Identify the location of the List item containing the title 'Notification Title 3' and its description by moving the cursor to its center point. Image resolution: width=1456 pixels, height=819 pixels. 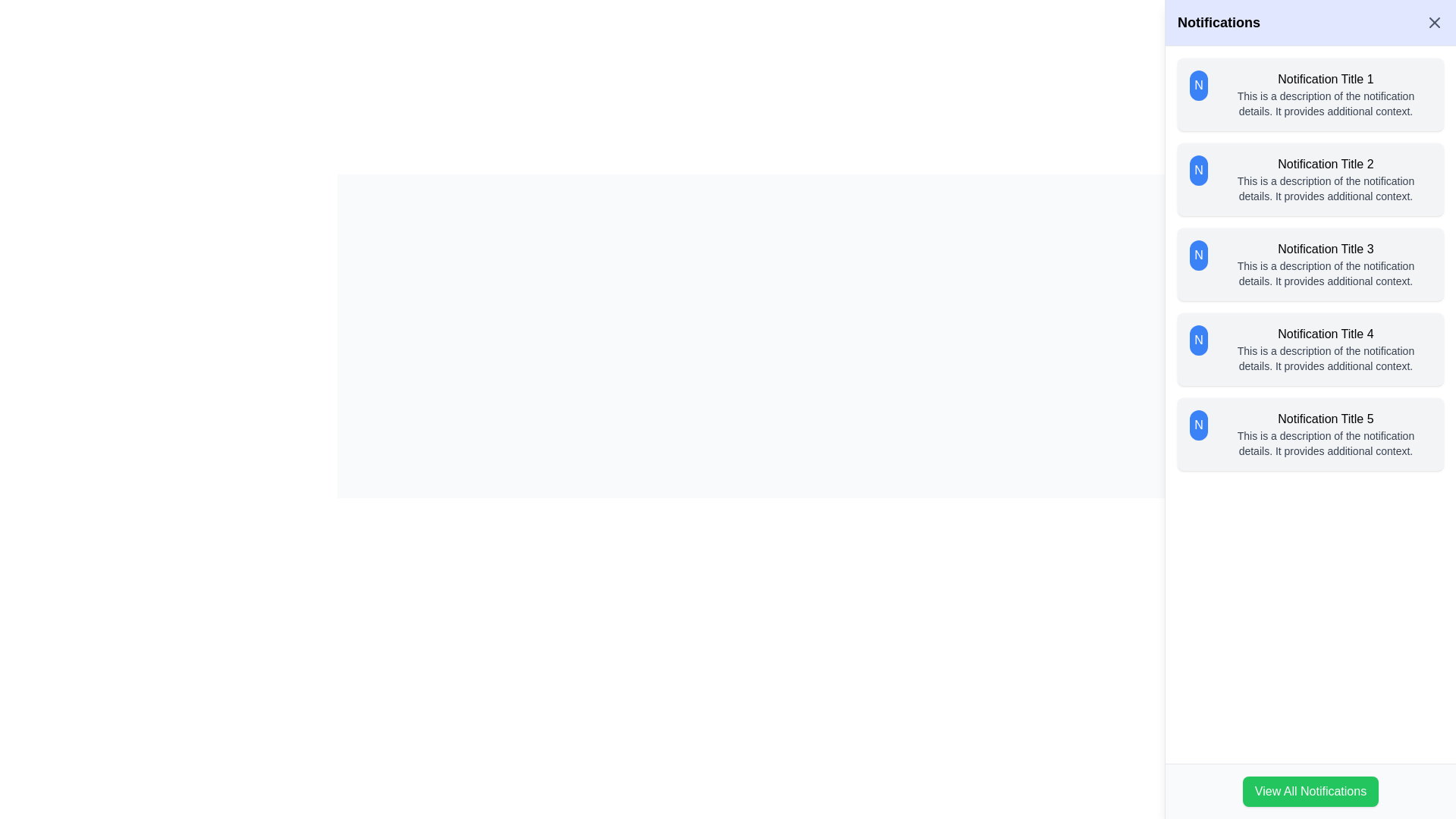
(1325, 263).